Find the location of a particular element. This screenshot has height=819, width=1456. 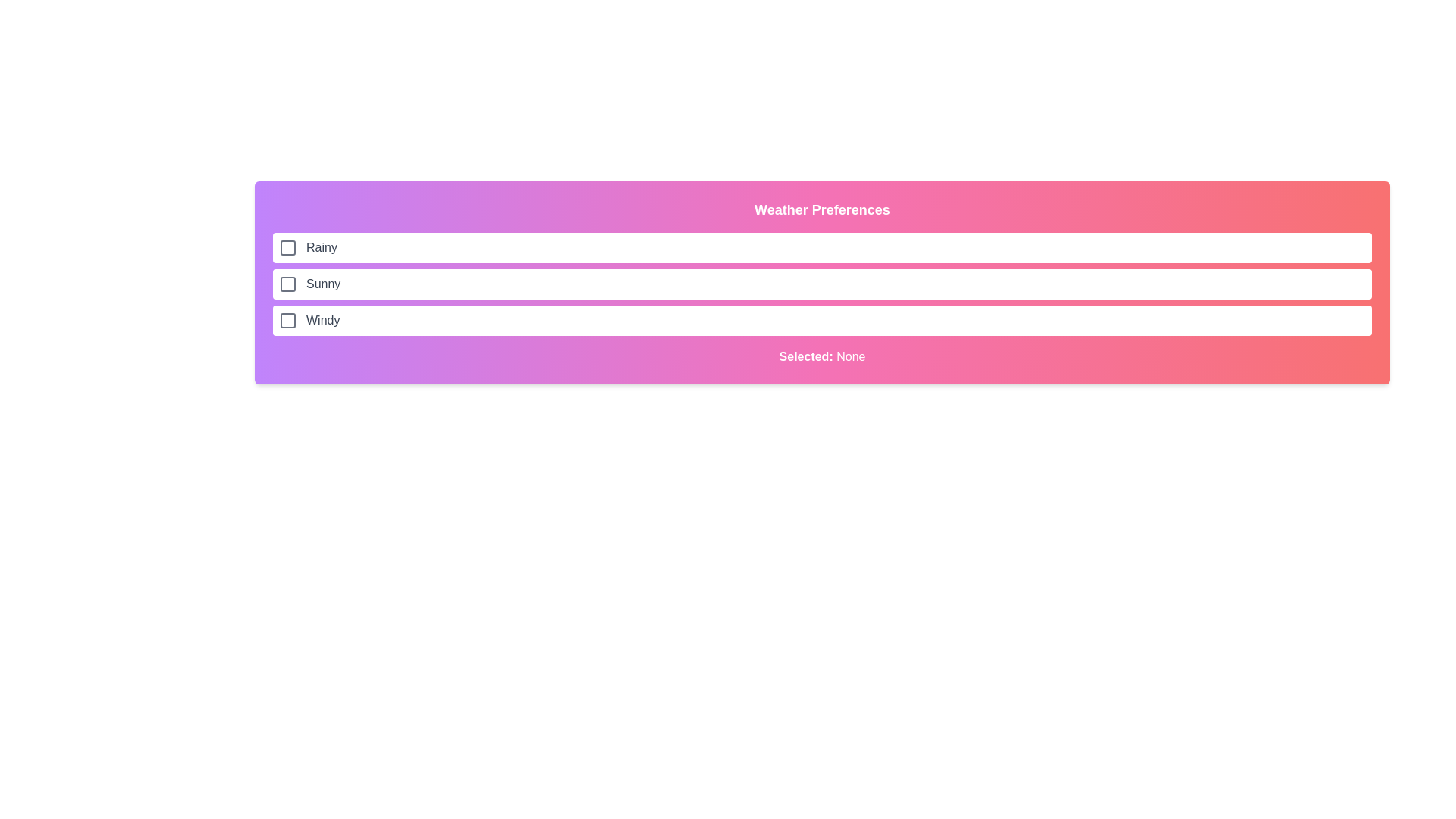

the text label displaying the current selection status, which shows 'None', located to the right of the text 'Selected:' in the gradient-colored section is located at coordinates (851, 356).